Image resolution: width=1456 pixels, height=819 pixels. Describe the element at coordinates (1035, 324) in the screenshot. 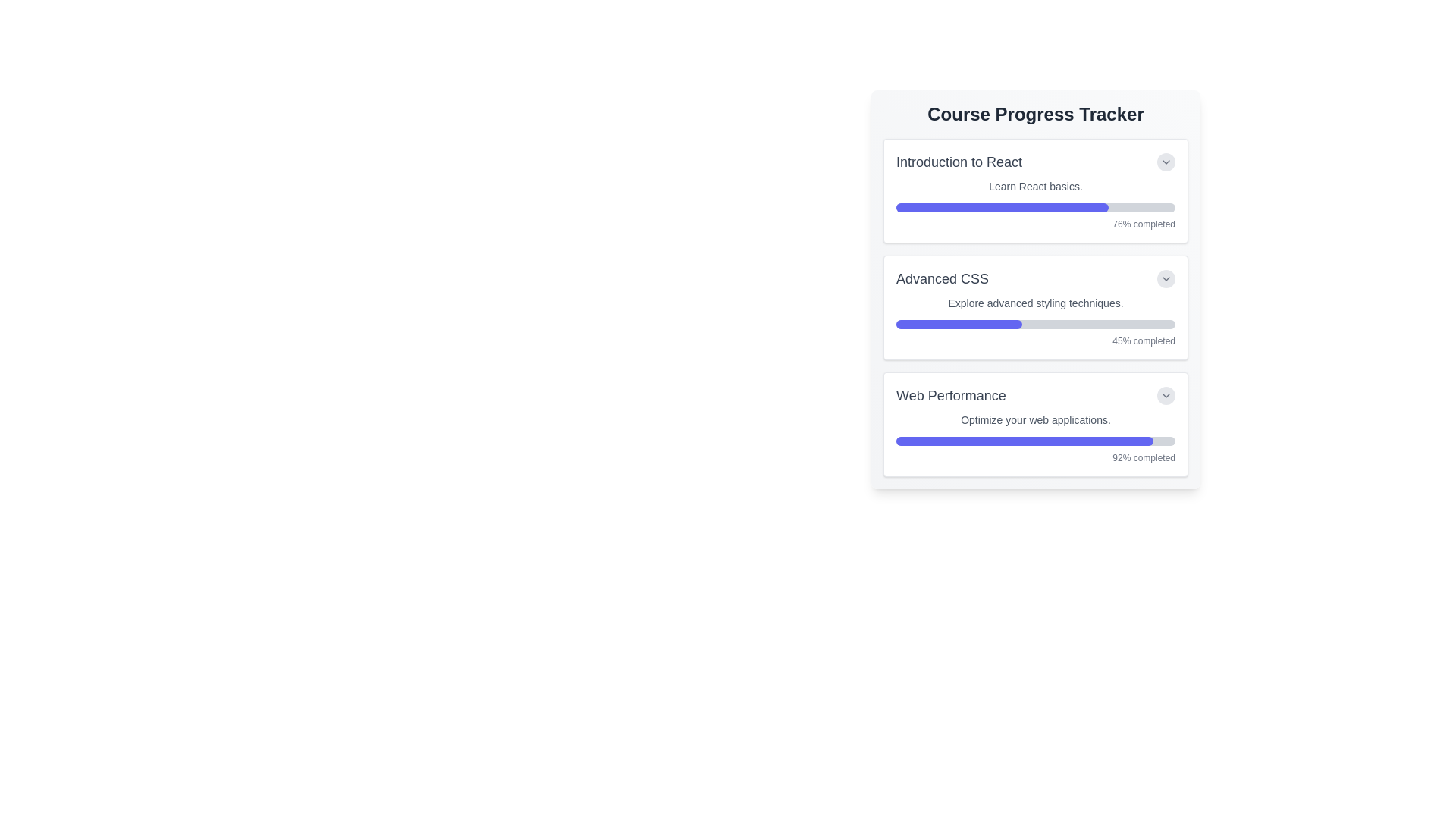

I see `the completion status of the progress bar located within the 'Advanced CSS' course card of the 'Course Progress Tracker', which is indicated by the filled indigo portion of the bar` at that location.